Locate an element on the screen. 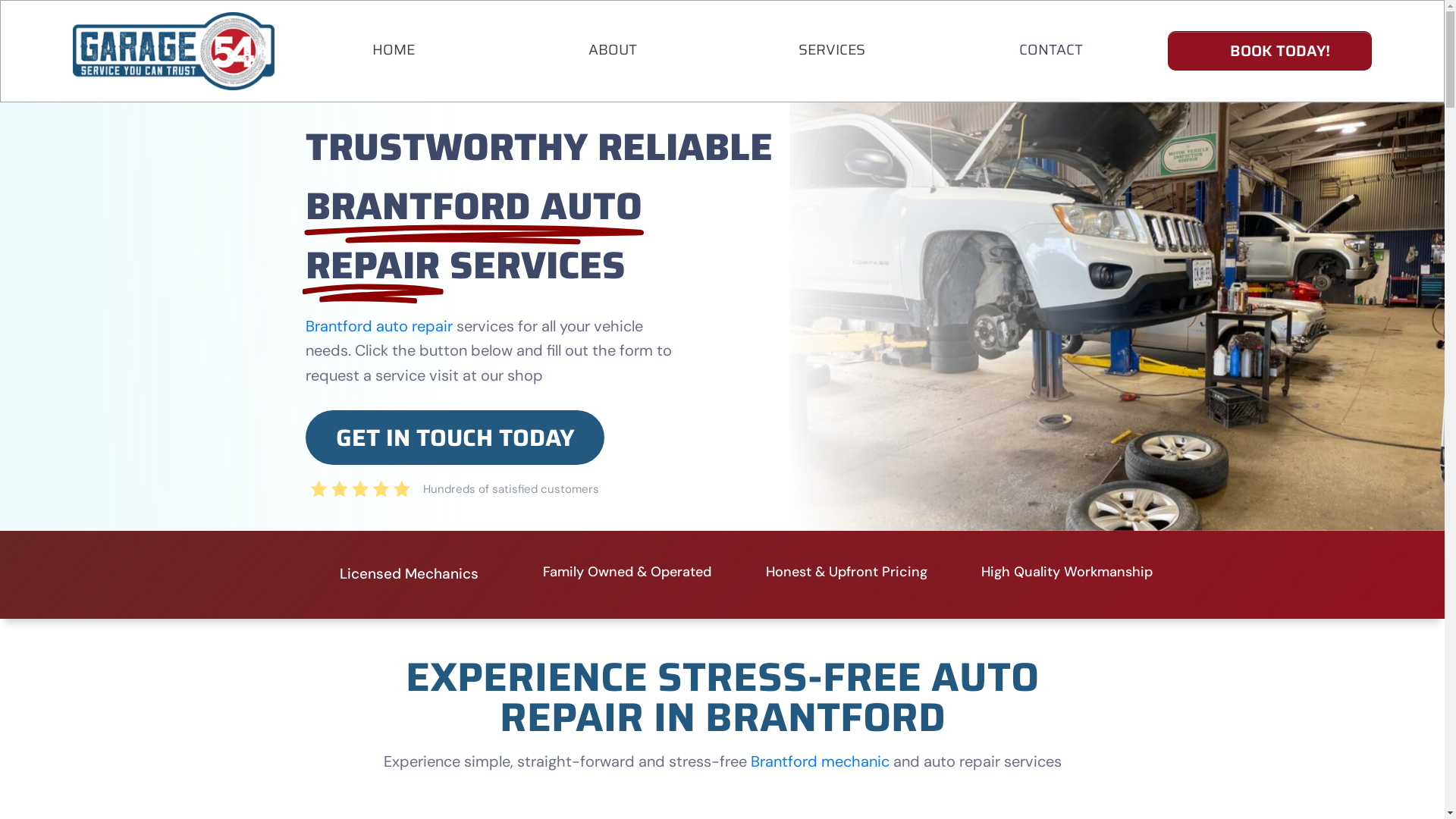 The width and height of the screenshot is (1456, 819). 'BOOK TODAY!' is located at coordinates (1269, 49).